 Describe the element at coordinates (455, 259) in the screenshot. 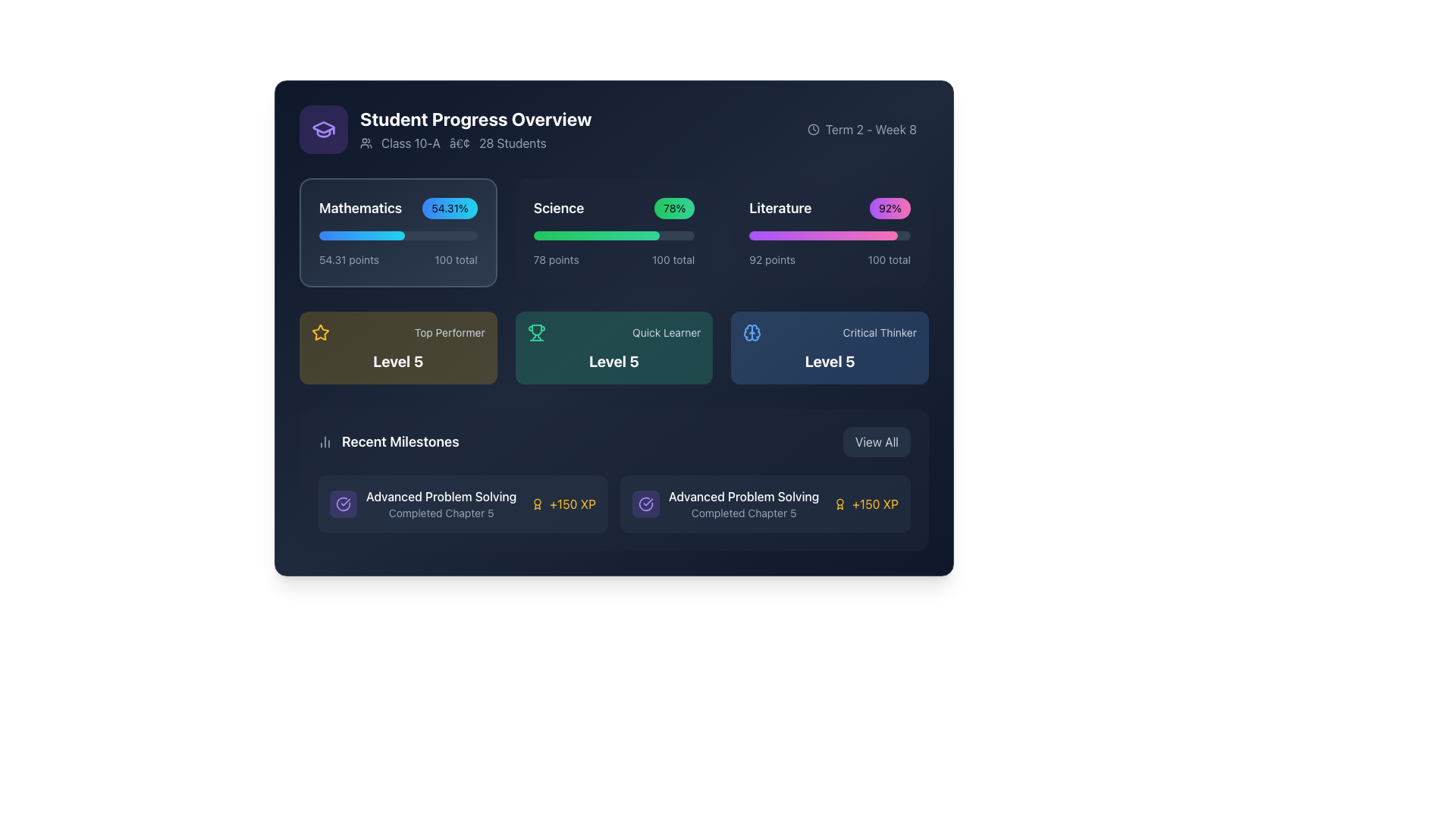

I see `the text label displaying '100 total' in light gray color, located at the bottom right corner of the 'Mathematics' section, adjacent to '54.31 points'` at that location.